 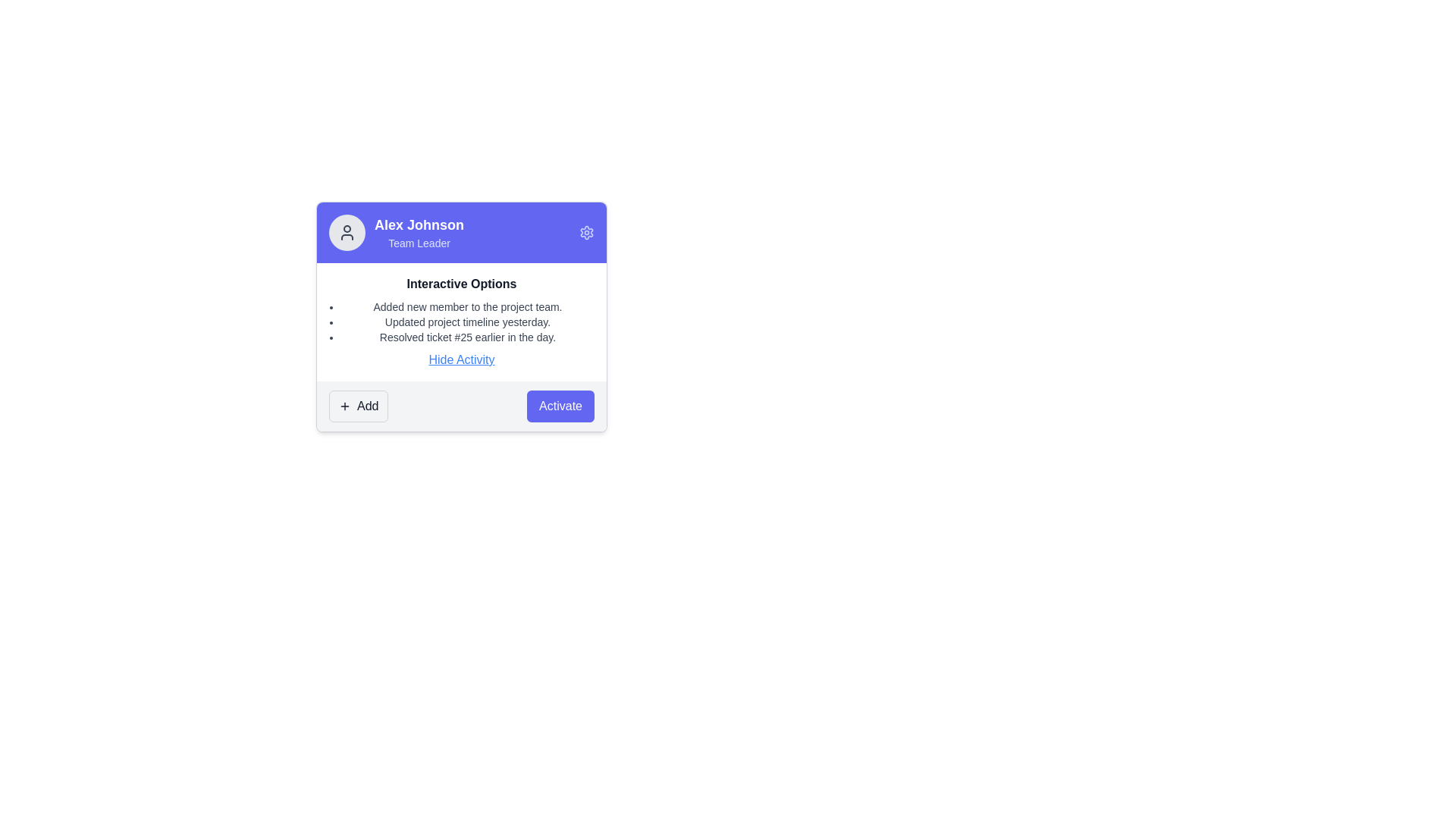 I want to click on text element that provides information about the task or action related to ticket #25, located as the third item in the 'Interactive Options' section, directly below 'Updated project timeline yesterday.', so click(x=467, y=336).